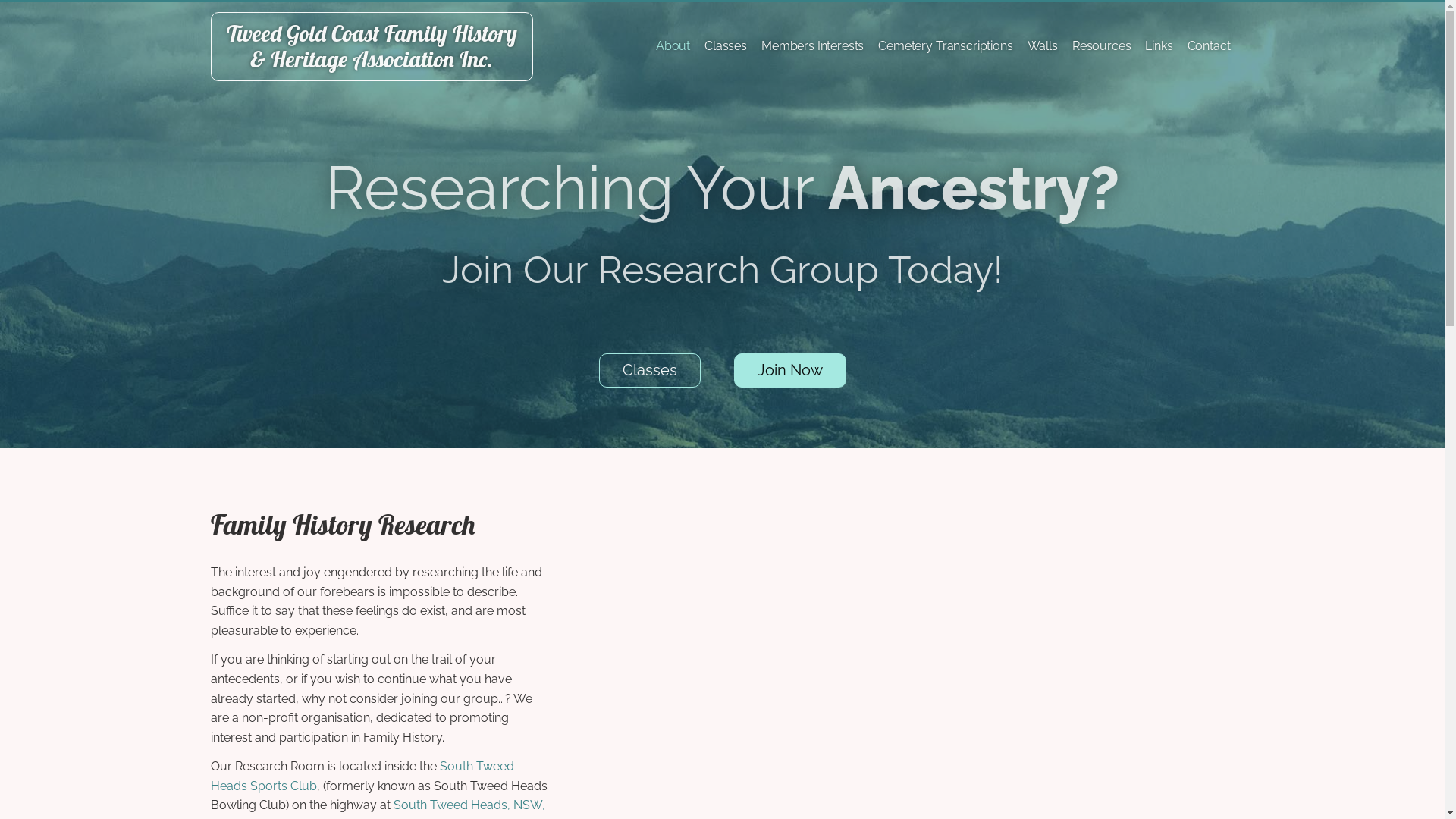 Image resolution: width=1456 pixels, height=819 pixels. What do you see at coordinates (362, 776) in the screenshot?
I see `'South Tweed Heads Sports Club'` at bounding box center [362, 776].